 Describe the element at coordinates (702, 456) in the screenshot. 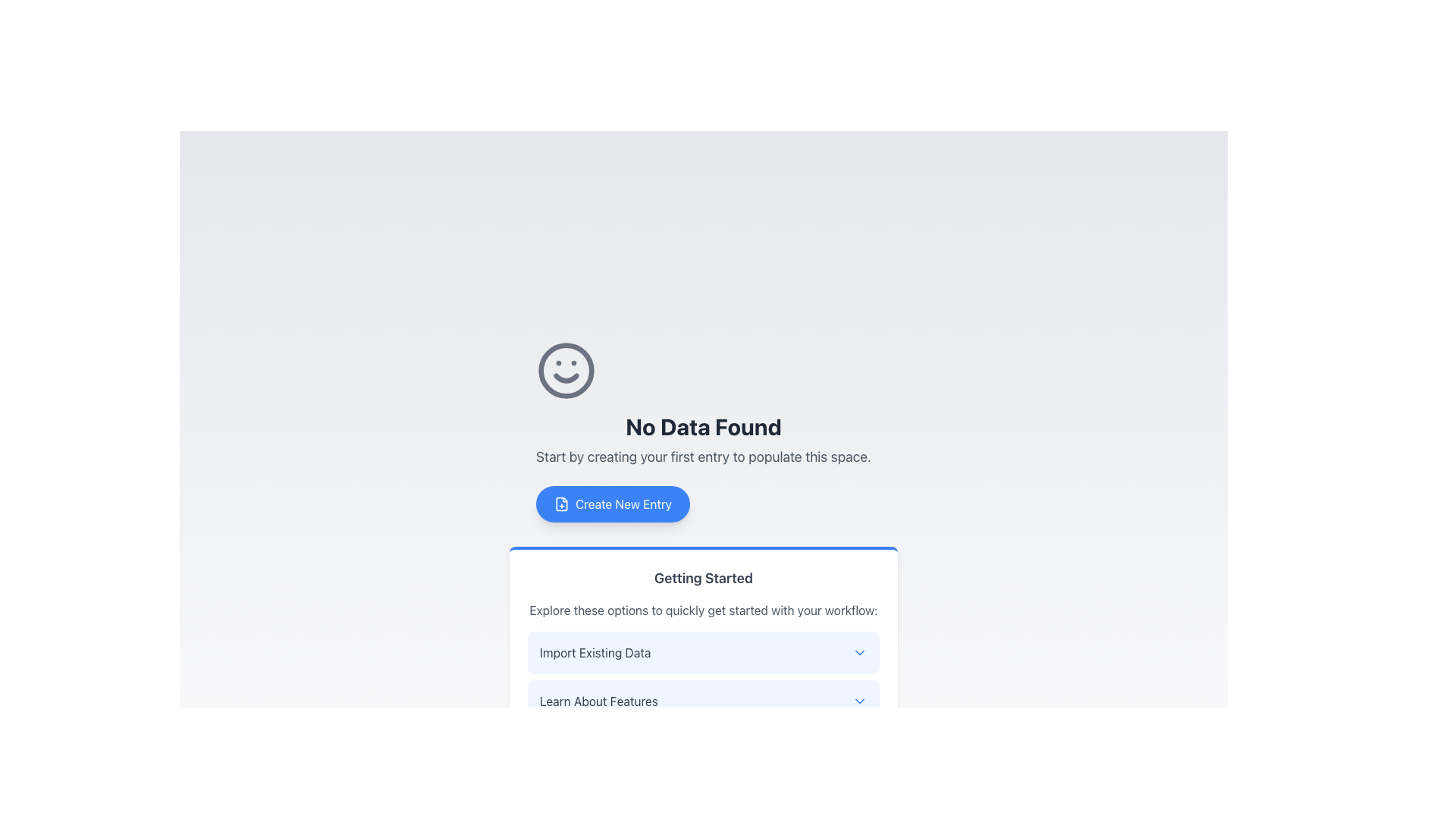

I see `the static text element displaying the message 'Start by creating your first entry to populate this space.', which is positioned centrally below the title 'No Data Found'` at that location.